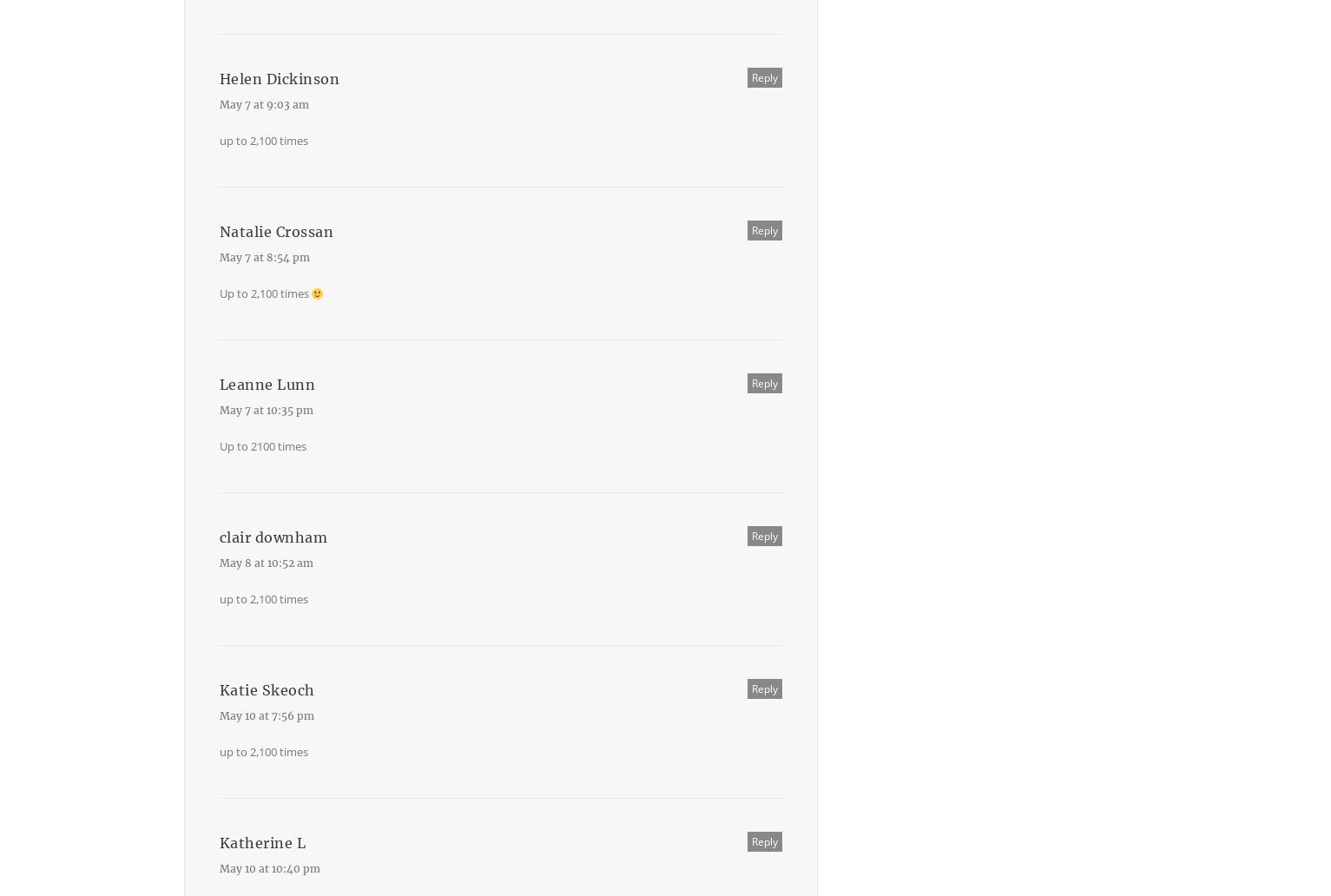 Image resolution: width=1331 pixels, height=896 pixels. What do you see at coordinates (268, 867) in the screenshot?
I see `'May 10 at 10:40 pm'` at bounding box center [268, 867].